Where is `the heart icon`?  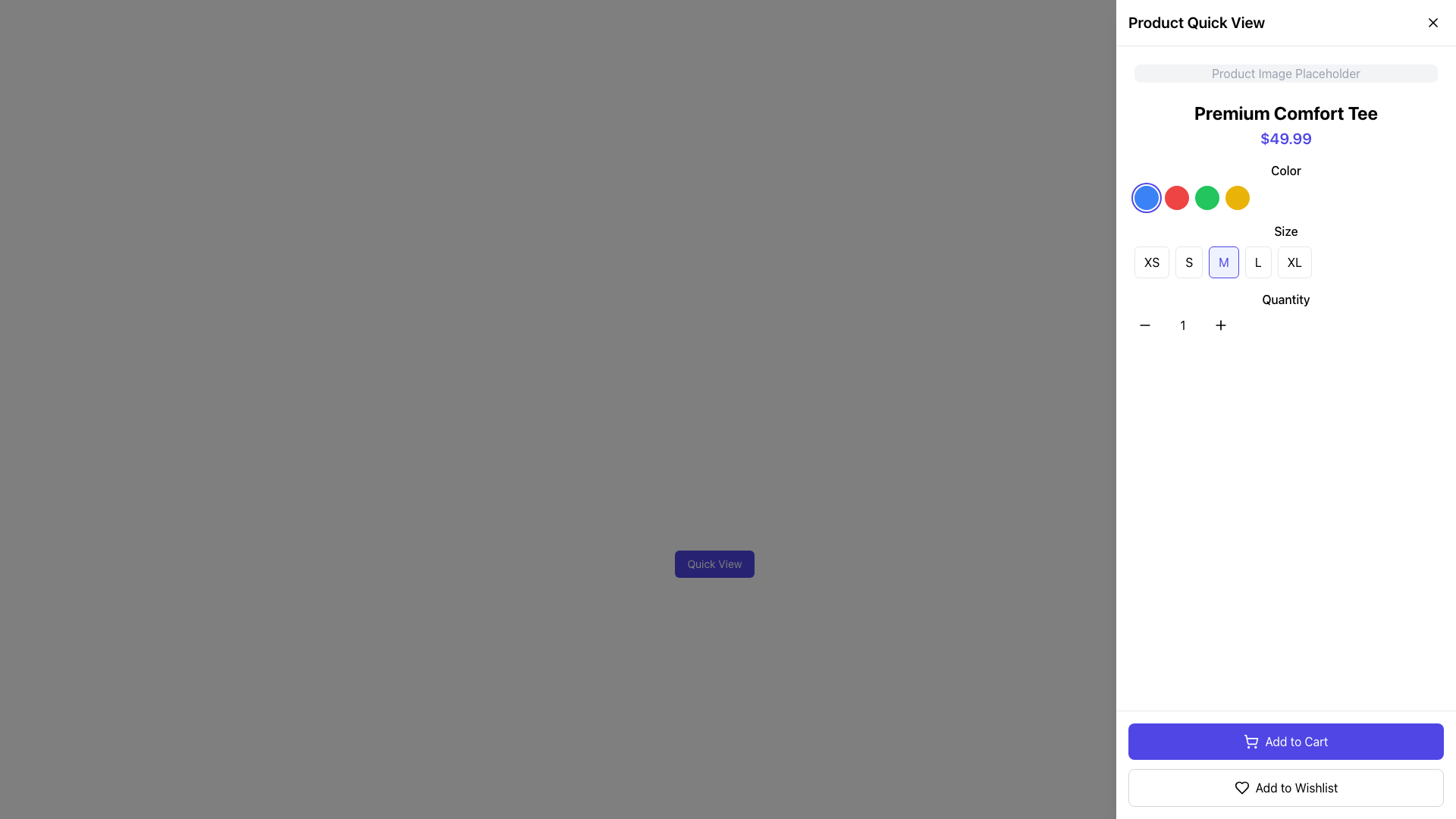
the heart icon is located at coordinates (1241, 786).